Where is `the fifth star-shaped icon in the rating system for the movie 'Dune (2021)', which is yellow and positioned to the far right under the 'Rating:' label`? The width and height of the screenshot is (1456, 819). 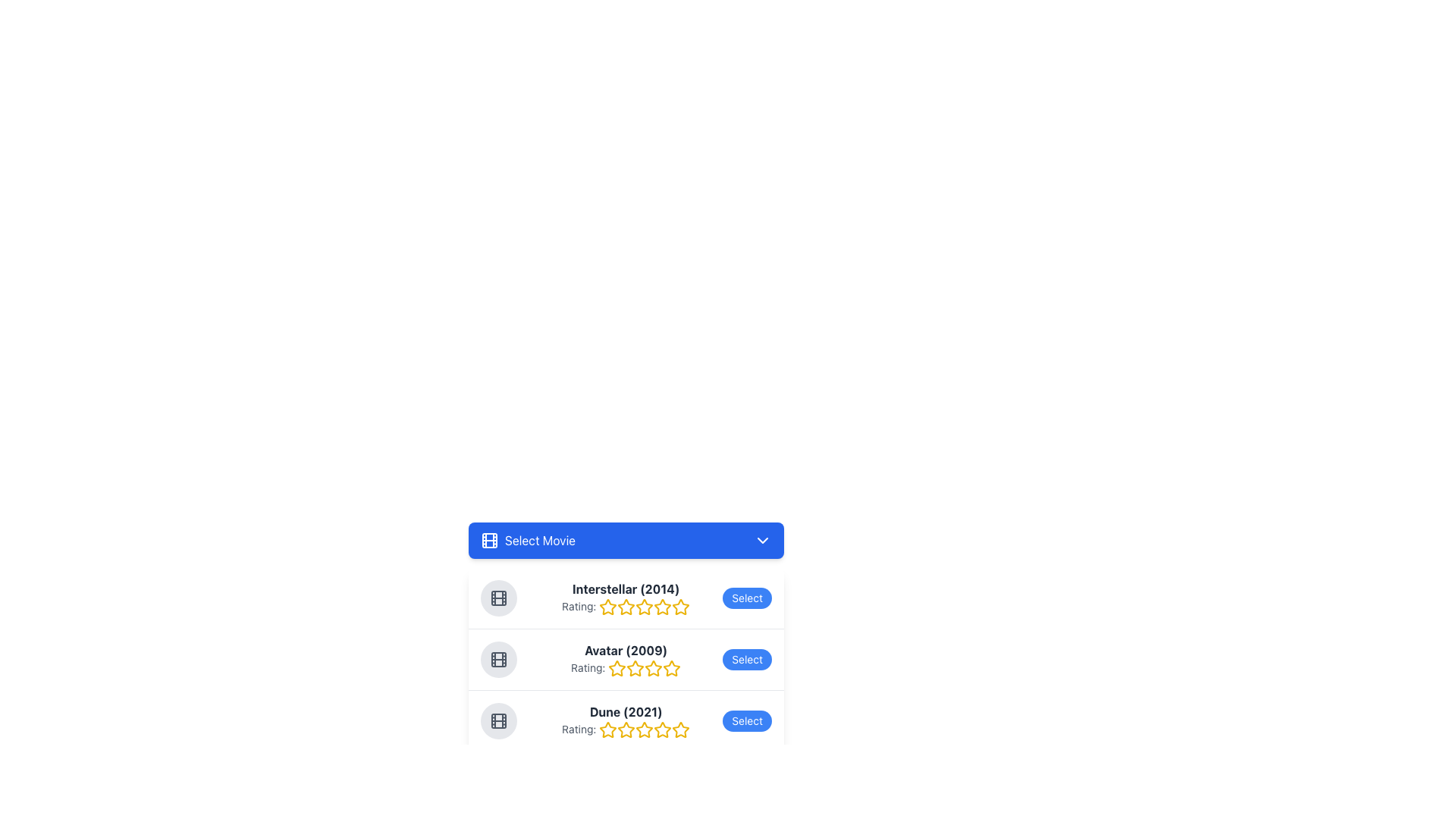 the fifth star-shaped icon in the rating system for the movie 'Dune (2021)', which is yellow and positioned to the far right under the 'Rating:' label is located at coordinates (680, 730).